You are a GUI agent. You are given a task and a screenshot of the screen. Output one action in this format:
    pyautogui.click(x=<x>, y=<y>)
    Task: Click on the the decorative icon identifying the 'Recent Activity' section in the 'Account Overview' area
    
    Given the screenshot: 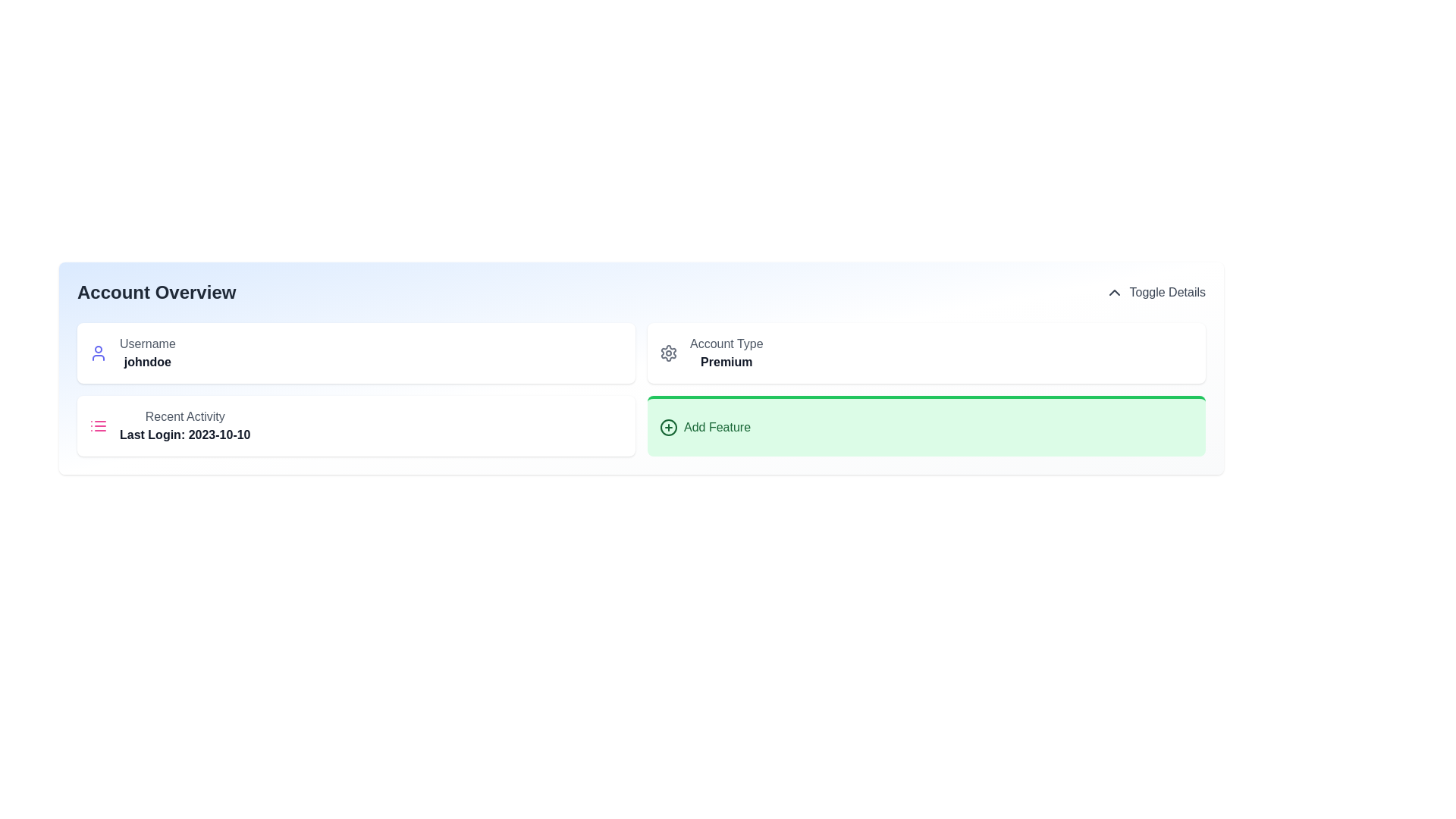 What is the action you would take?
    pyautogui.click(x=97, y=426)
    